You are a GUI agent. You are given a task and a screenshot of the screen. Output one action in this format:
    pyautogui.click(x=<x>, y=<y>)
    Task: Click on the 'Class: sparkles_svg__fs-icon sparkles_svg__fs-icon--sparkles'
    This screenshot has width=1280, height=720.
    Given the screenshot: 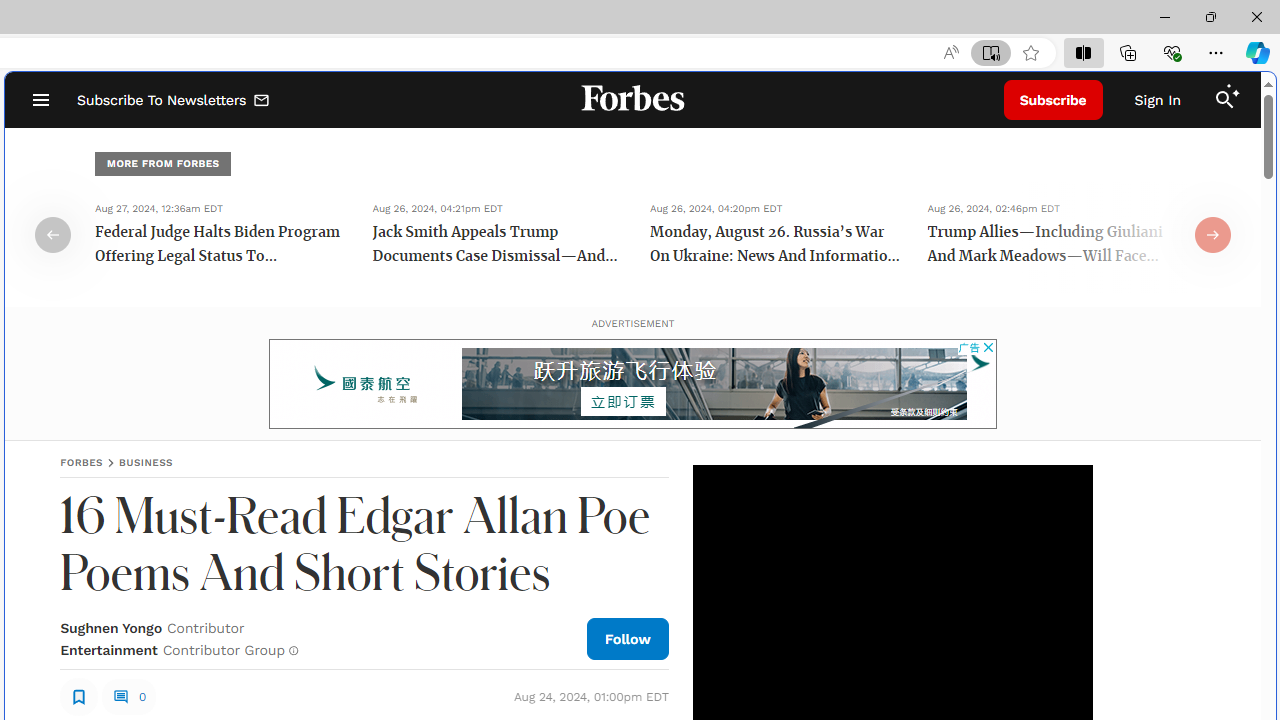 What is the action you would take?
    pyautogui.click(x=1232, y=91)
    